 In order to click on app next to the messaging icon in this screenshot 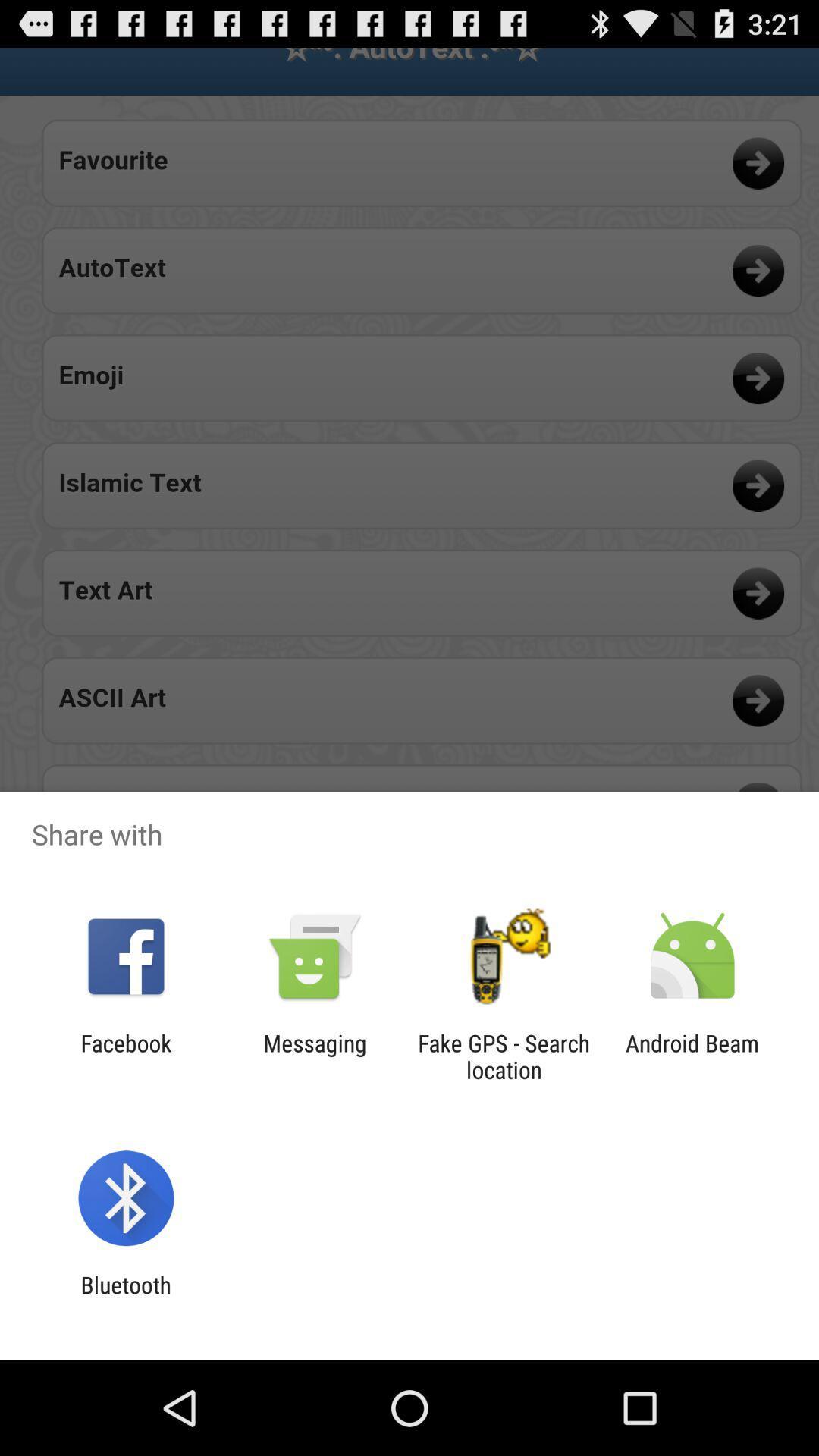, I will do `click(125, 1056)`.